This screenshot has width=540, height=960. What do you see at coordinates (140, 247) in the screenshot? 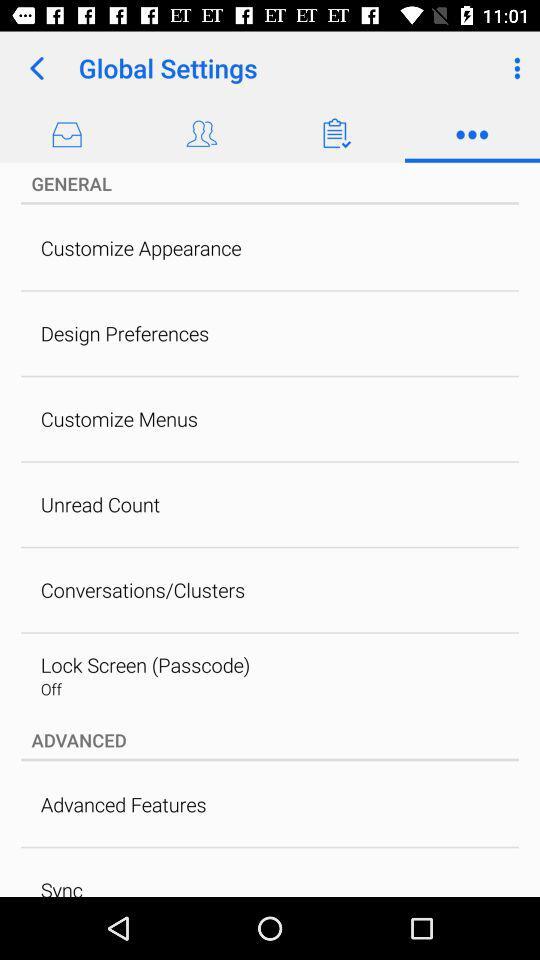
I see `the customize appearance item` at bounding box center [140, 247].